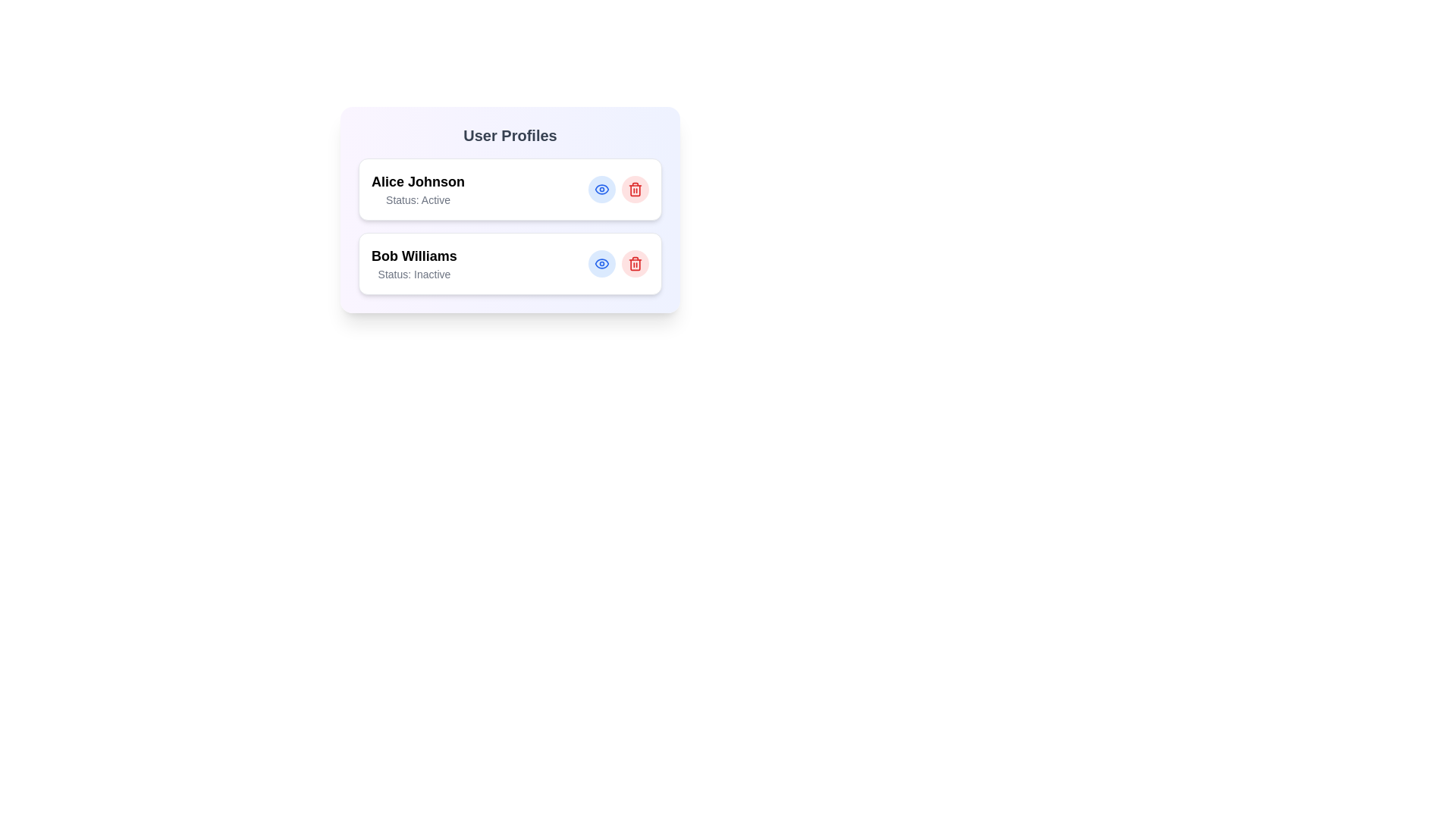 Image resolution: width=1456 pixels, height=819 pixels. What do you see at coordinates (635, 189) in the screenshot?
I see `trash icon associated with the user profile named Alice Johnson to delete it` at bounding box center [635, 189].